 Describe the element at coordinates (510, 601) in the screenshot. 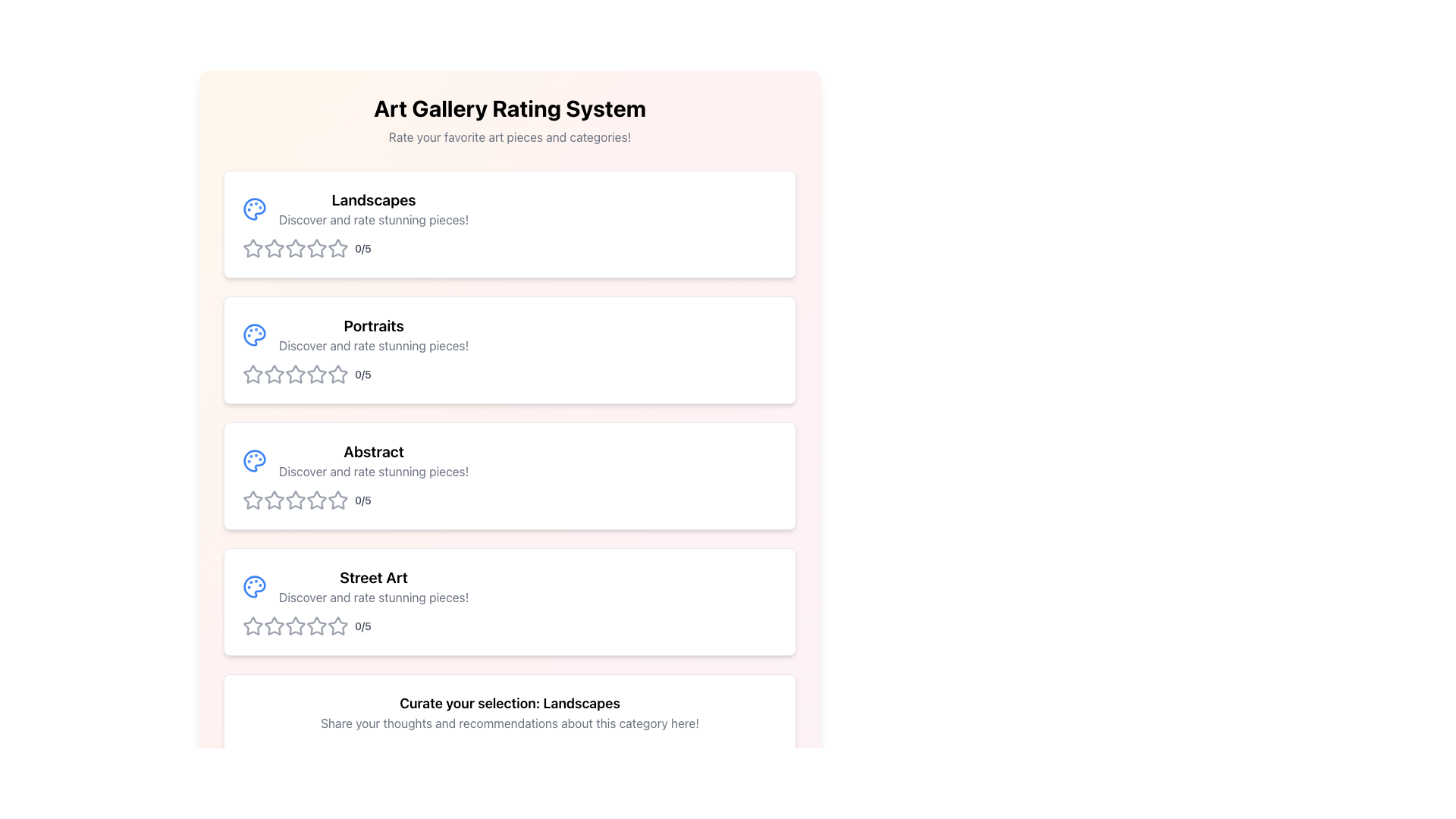

I see `the 'Street Art' category card` at that location.